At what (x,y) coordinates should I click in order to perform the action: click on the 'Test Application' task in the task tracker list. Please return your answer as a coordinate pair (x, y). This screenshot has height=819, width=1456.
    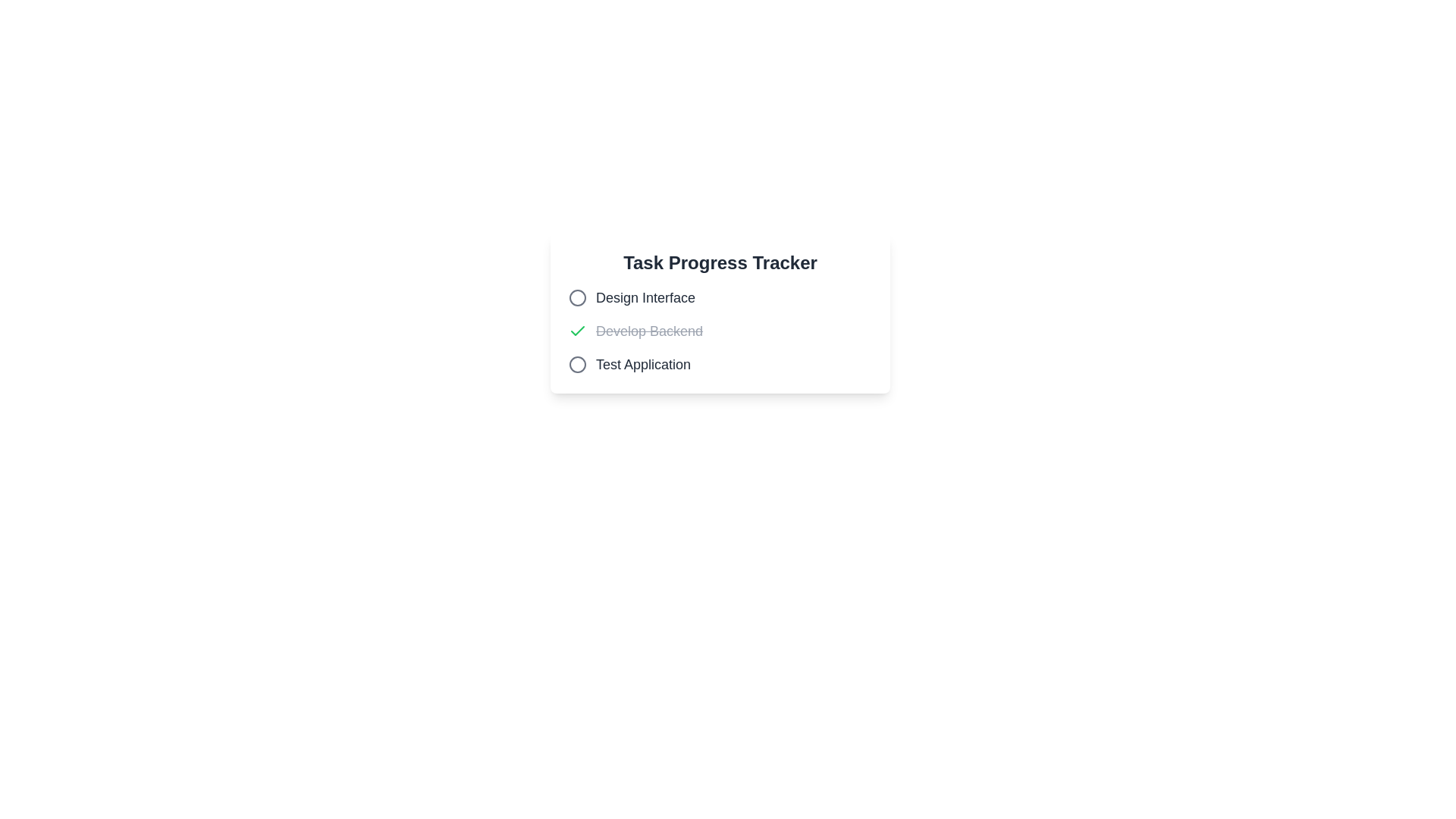
    Looking at the image, I should click on (720, 365).